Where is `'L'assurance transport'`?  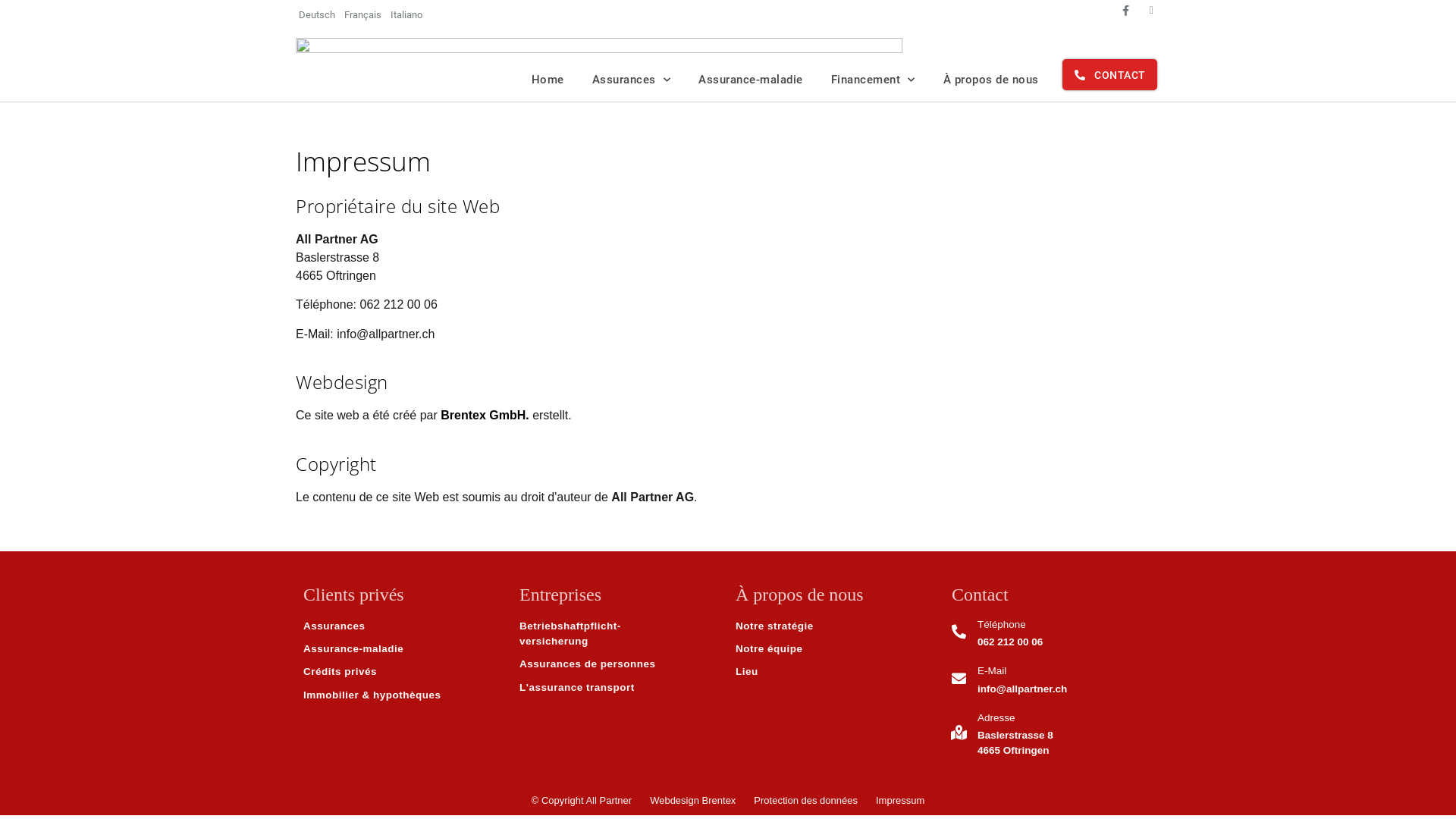
'L'assurance transport' is located at coordinates (620, 687).